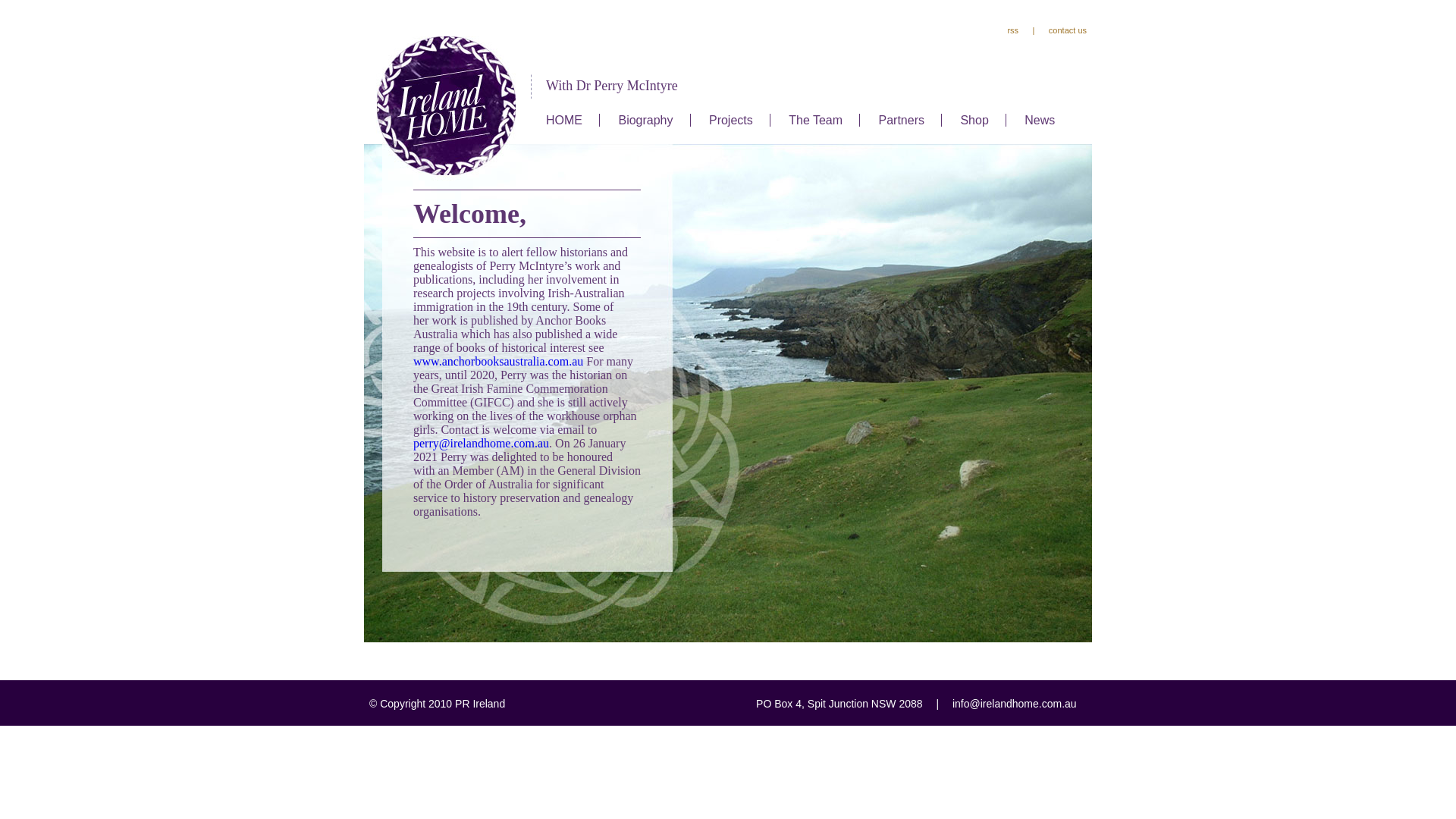 This screenshot has height=819, width=1456. What do you see at coordinates (563, 119) in the screenshot?
I see `'HOME'` at bounding box center [563, 119].